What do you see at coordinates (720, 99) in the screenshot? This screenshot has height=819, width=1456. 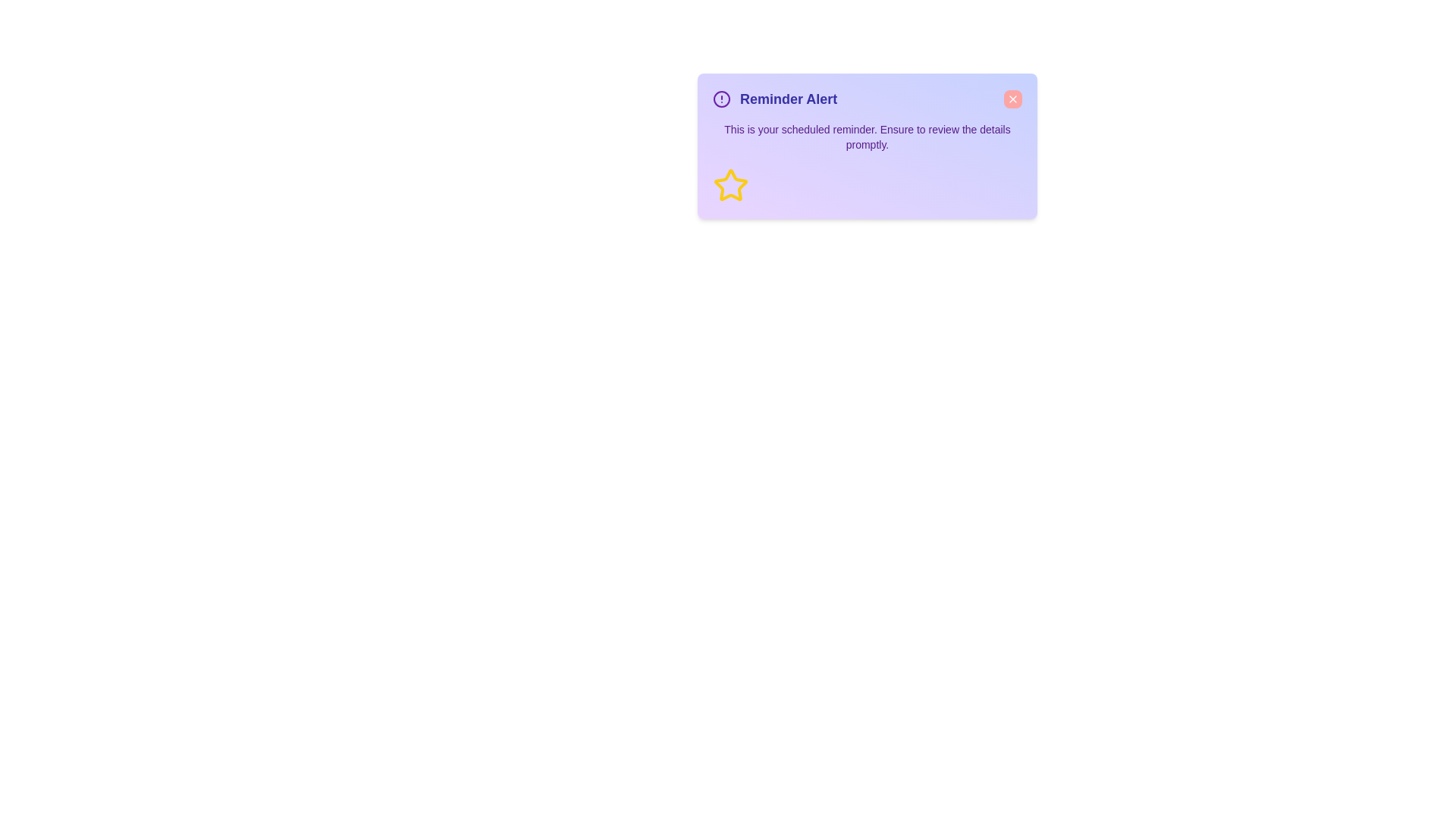 I see `the alert icon to inspect it for additional context` at bounding box center [720, 99].